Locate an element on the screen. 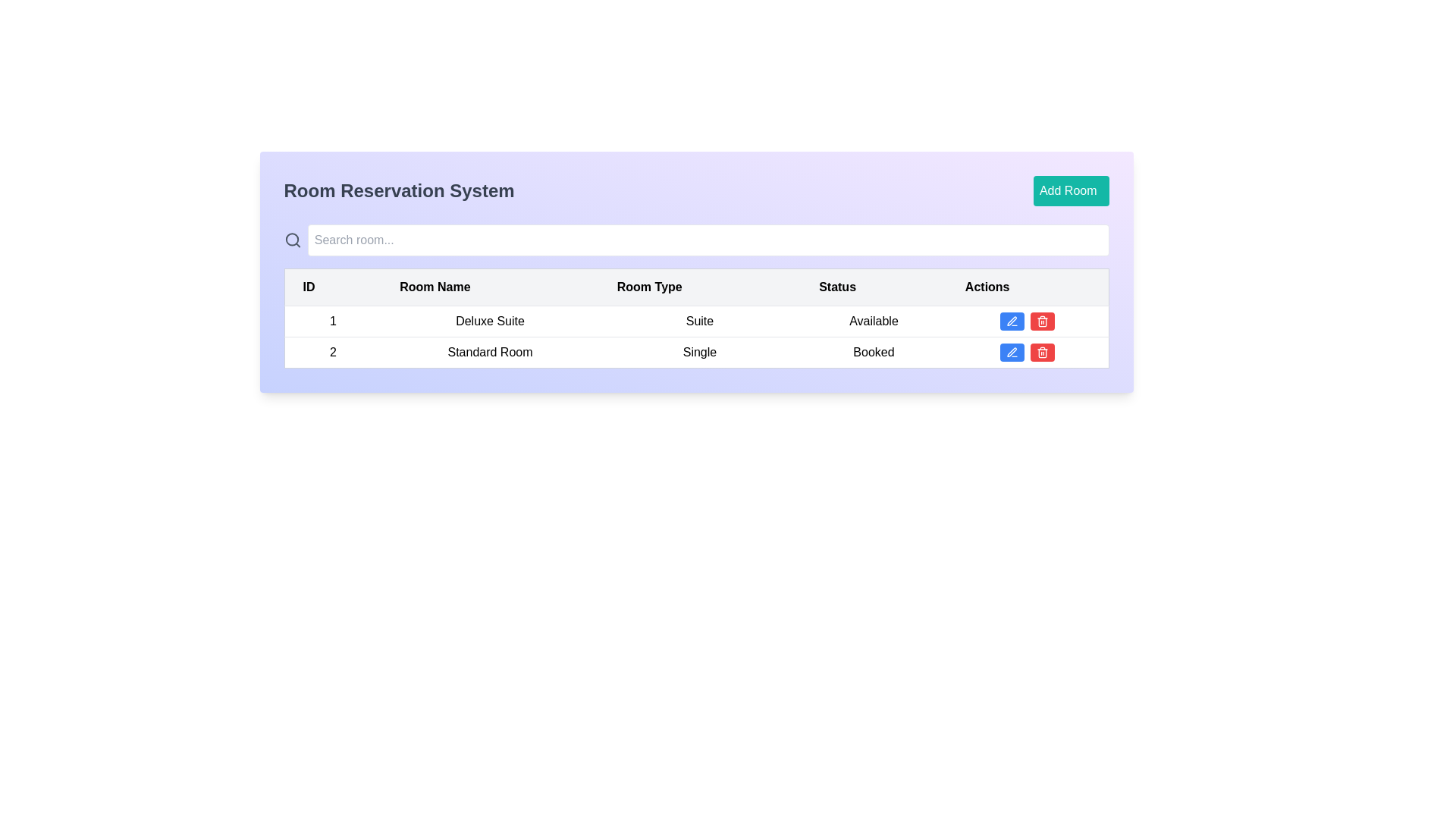  the edit button located in the 'Actions' column of the table for the 'Deluxe Suite' entry is located at coordinates (1012, 321).